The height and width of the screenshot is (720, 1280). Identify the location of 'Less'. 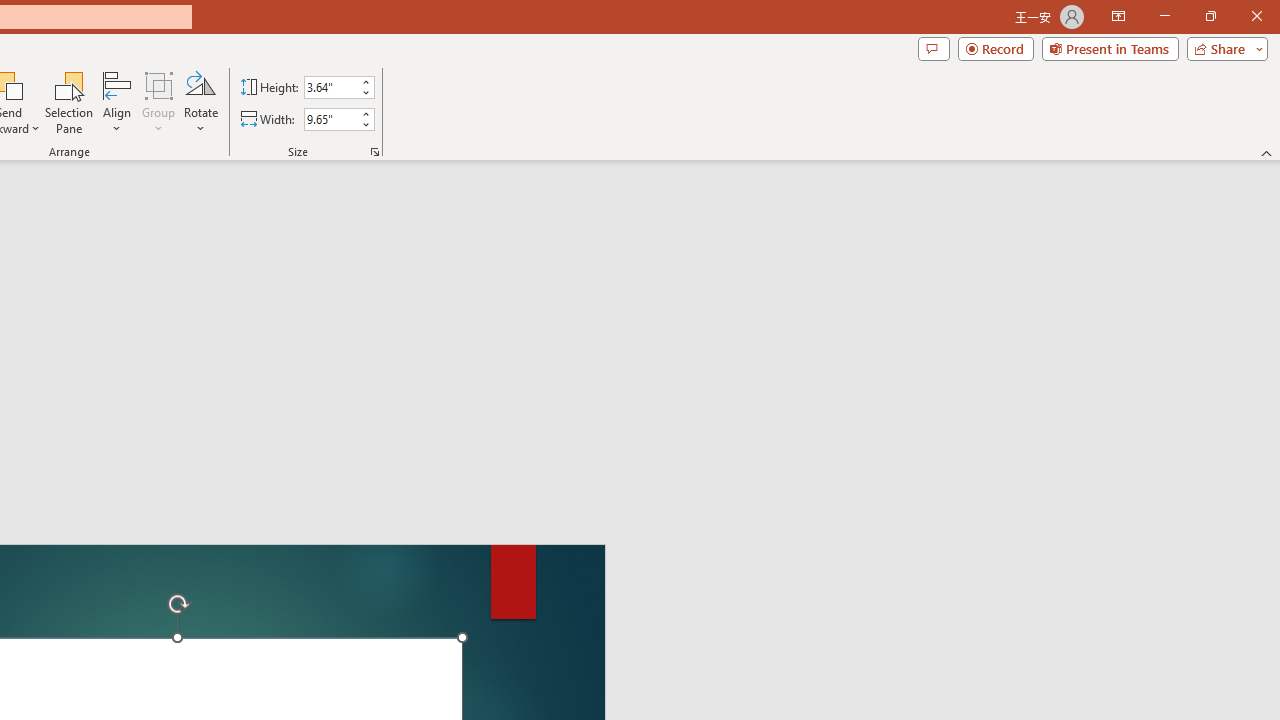
(365, 124).